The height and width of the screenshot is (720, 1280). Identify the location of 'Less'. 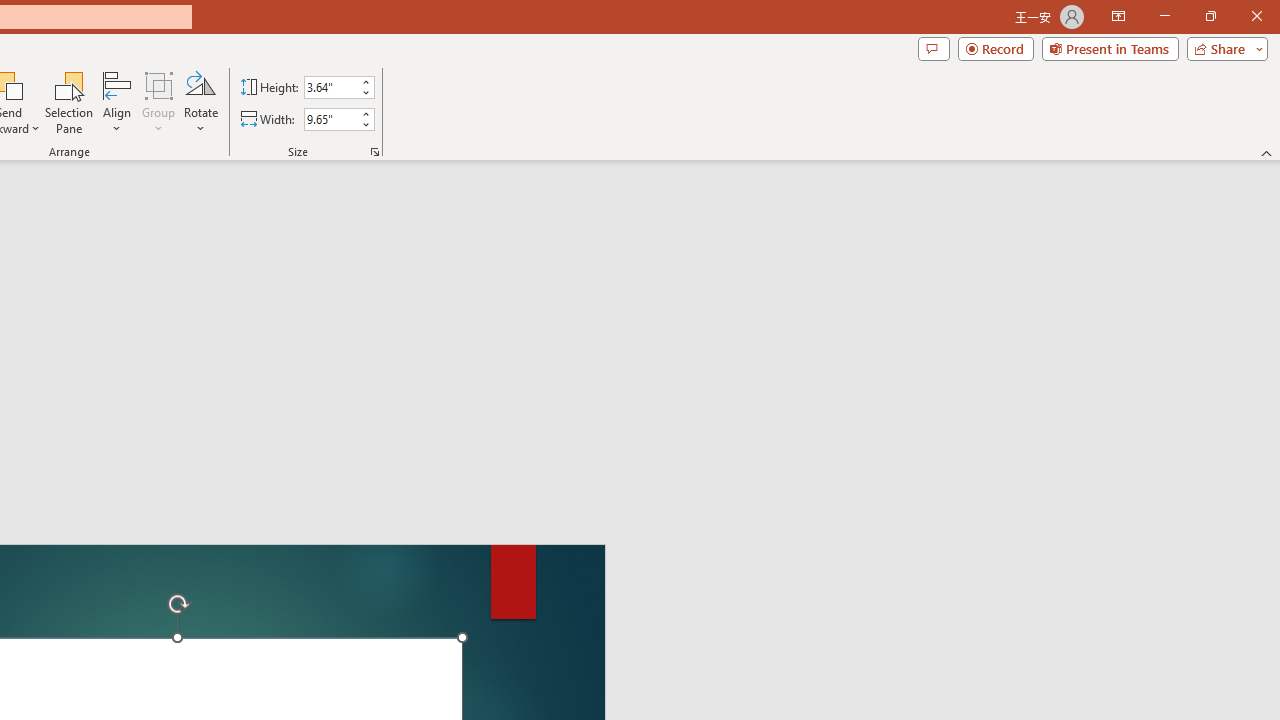
(365, 124).